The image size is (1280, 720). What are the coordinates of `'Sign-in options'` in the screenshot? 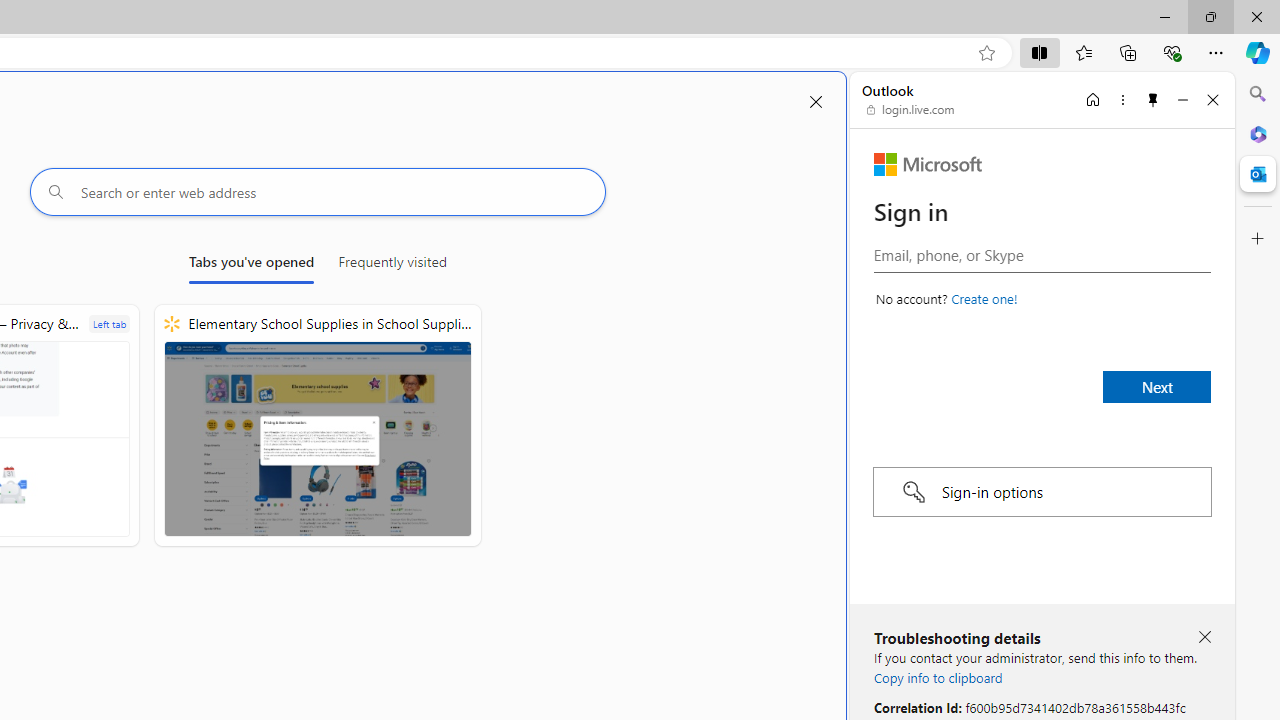 It's located at (1041, 492).